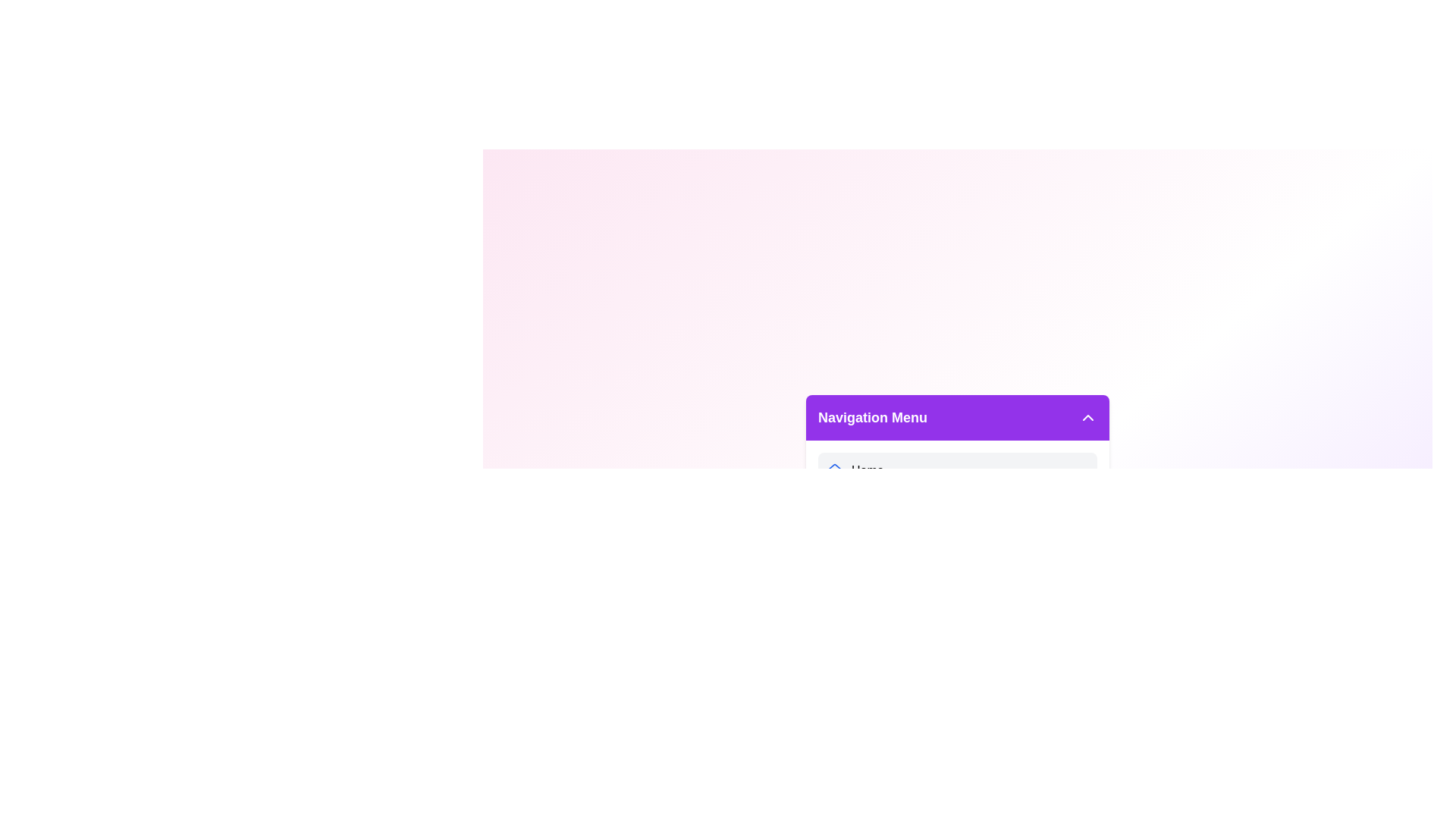 This screenshot has width=1456, height=819. Describe the element at coordinates (1087, 418) in the screenshot. I see `the Chevron Icon` at that location.